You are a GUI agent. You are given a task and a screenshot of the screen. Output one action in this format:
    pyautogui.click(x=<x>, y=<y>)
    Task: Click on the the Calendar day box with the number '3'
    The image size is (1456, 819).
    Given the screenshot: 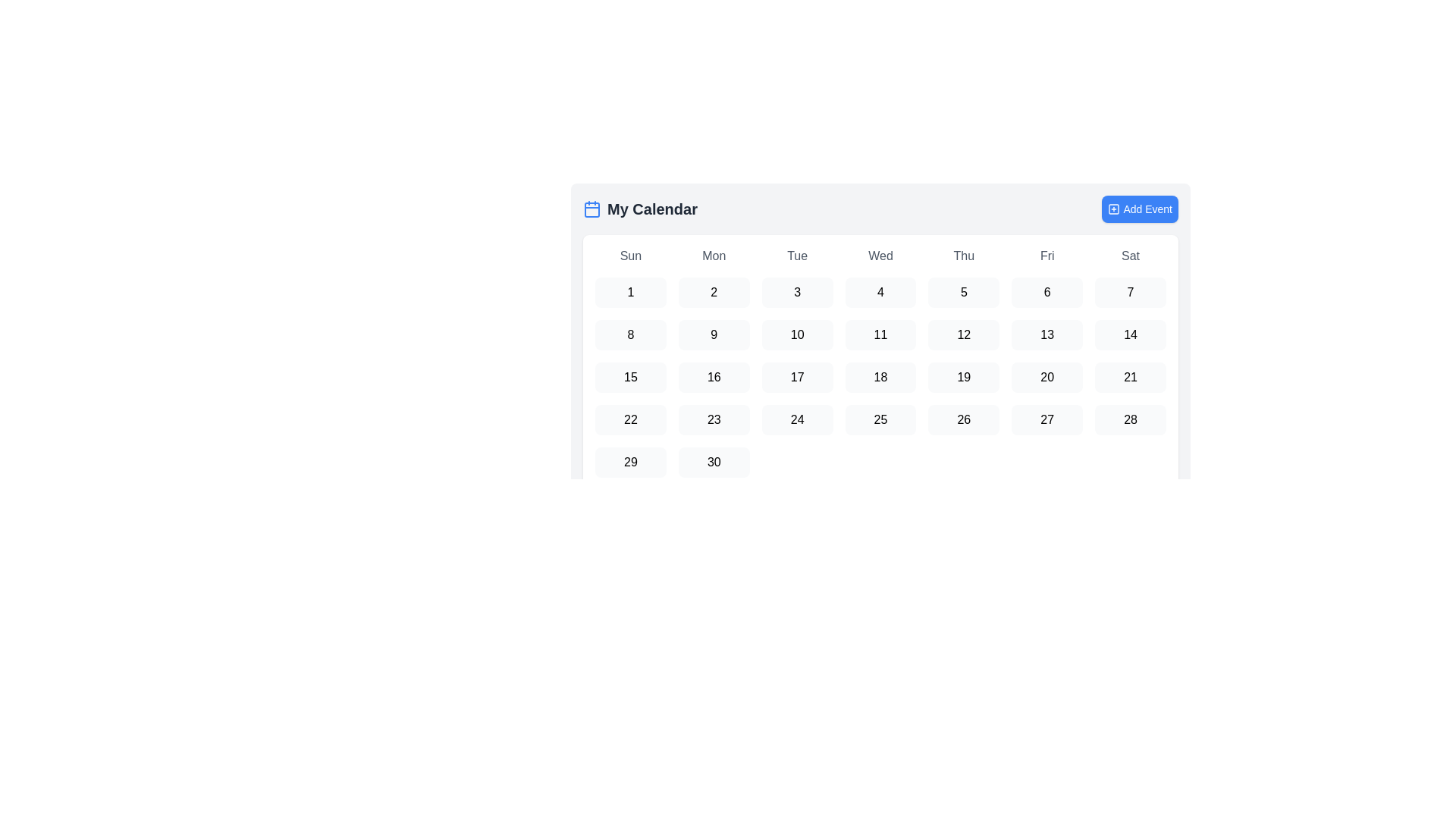 What is the action you would take?
    pyautogui.click(x=796, y=292)
    